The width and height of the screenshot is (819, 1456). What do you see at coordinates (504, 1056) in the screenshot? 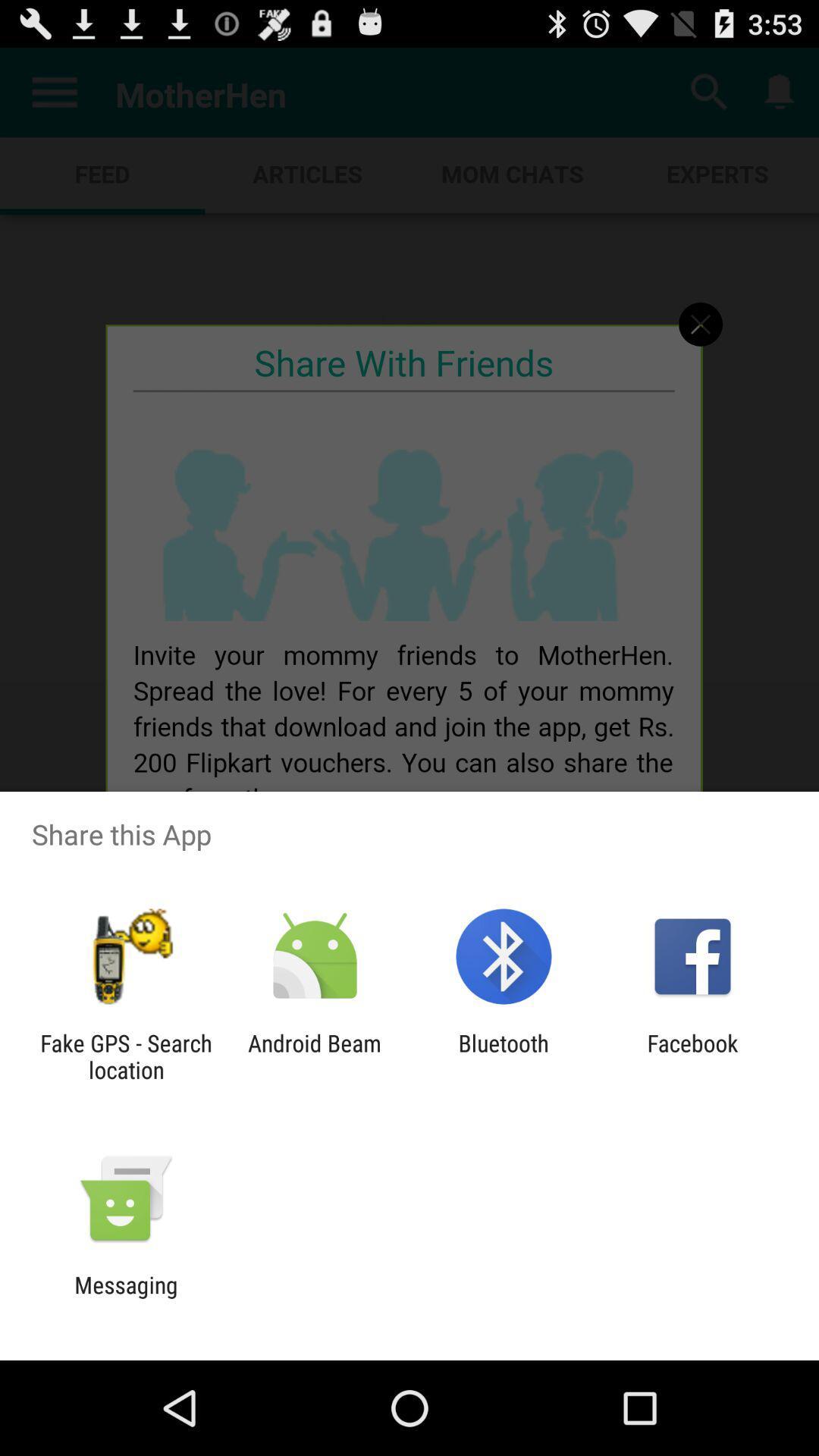
I see `app to the left of the facebook icon` at bounding box center [504, 1056].